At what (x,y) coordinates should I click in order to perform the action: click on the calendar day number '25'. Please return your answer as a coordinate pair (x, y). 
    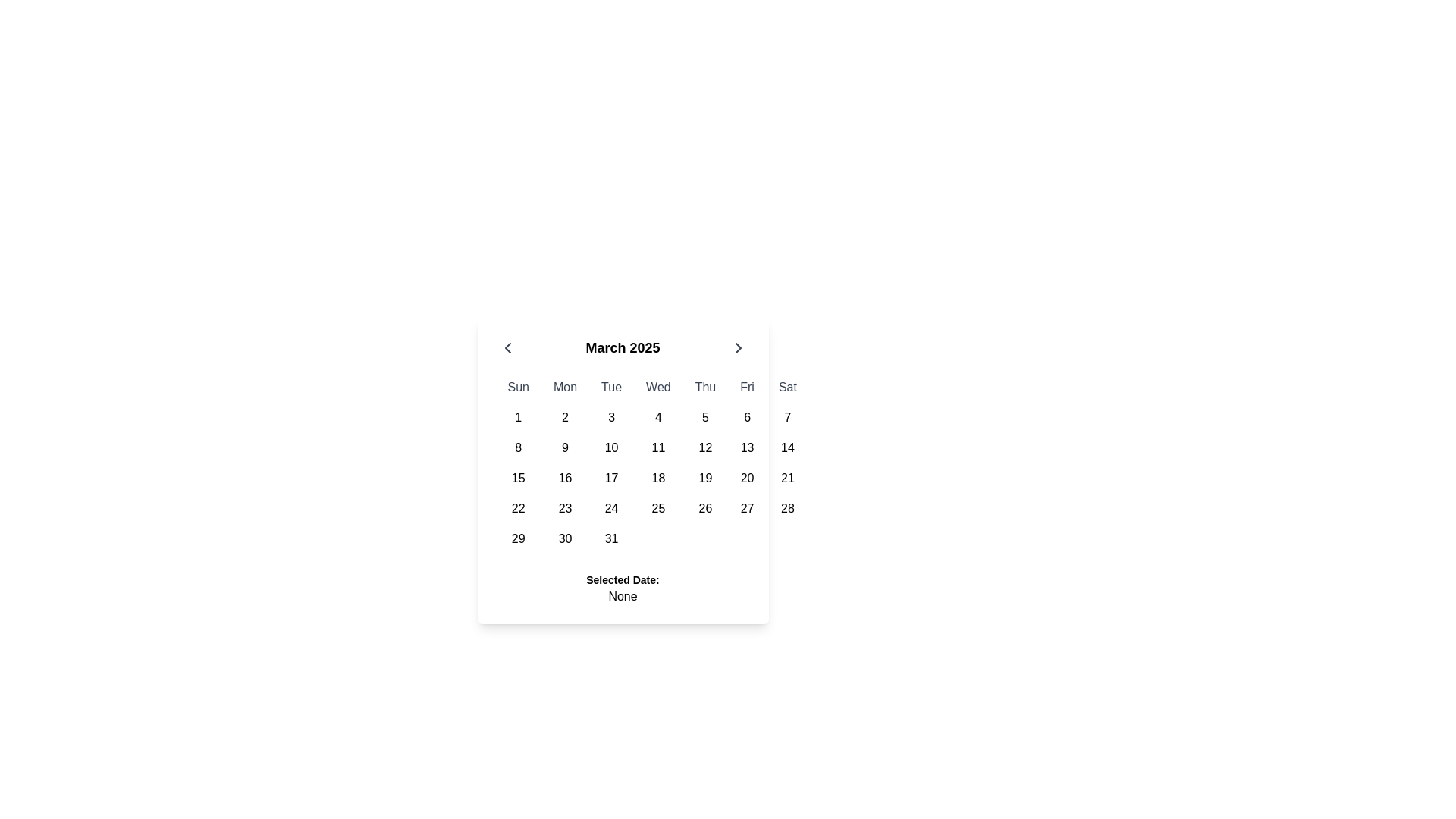
    Looking at the image, I should click on (652, 509).